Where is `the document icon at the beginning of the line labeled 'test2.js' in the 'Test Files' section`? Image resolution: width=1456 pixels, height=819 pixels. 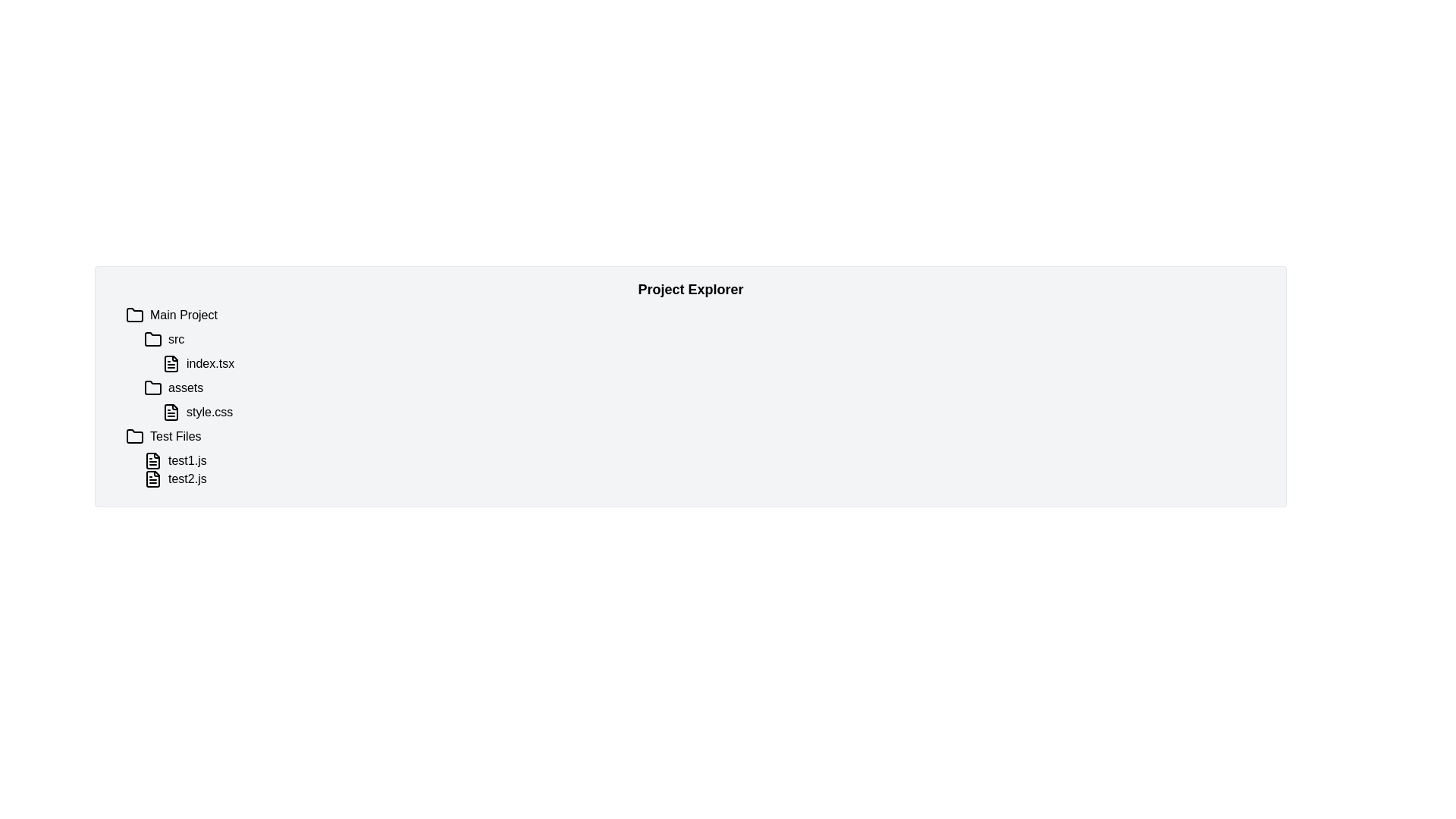 the document icon at the beginning of the line labeled 'test2.js' in the 'Test Files' section is located at coordinates (152, 479).